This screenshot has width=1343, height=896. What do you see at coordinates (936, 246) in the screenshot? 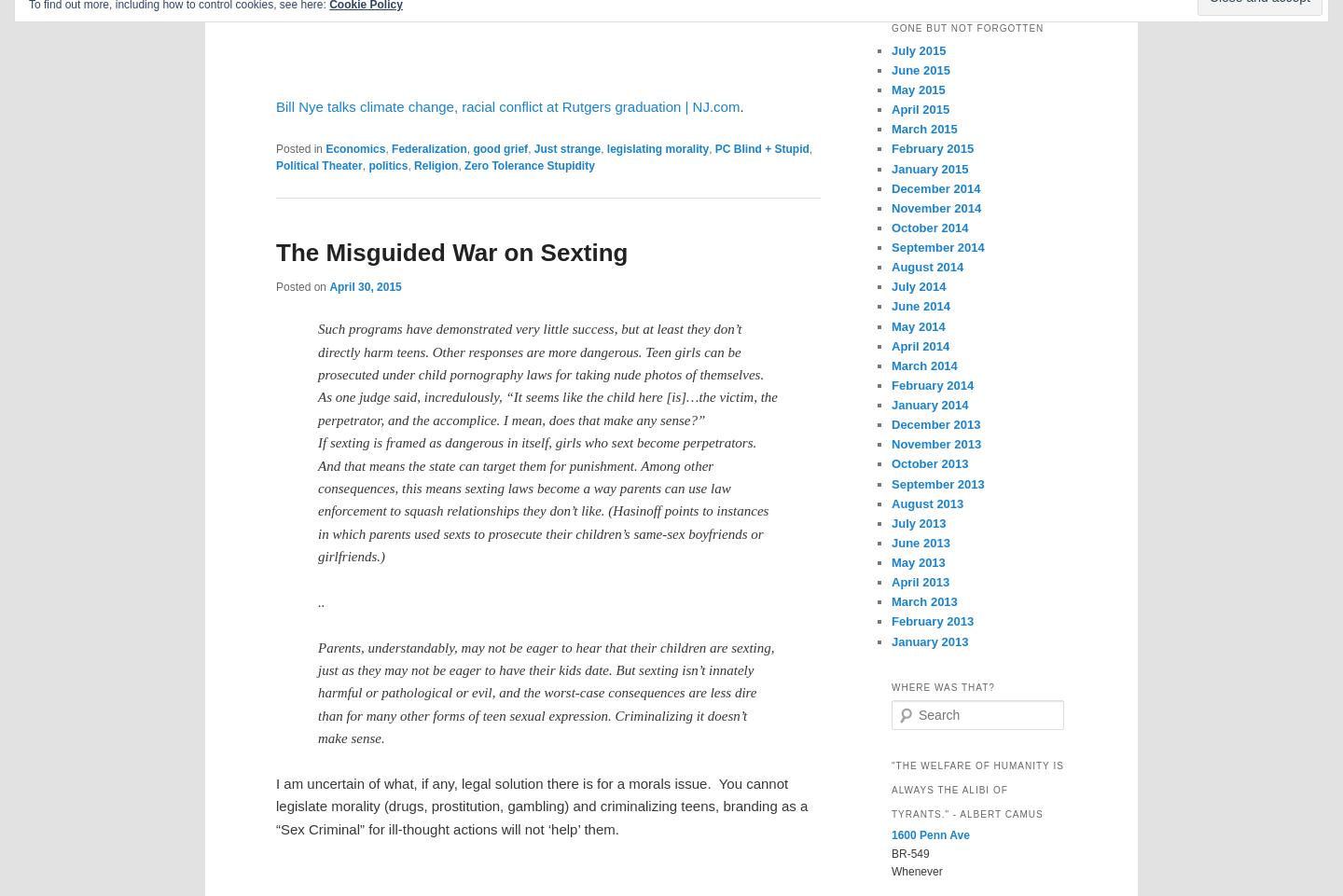
I see `'September 2014'` at bounding box center [936, 246].